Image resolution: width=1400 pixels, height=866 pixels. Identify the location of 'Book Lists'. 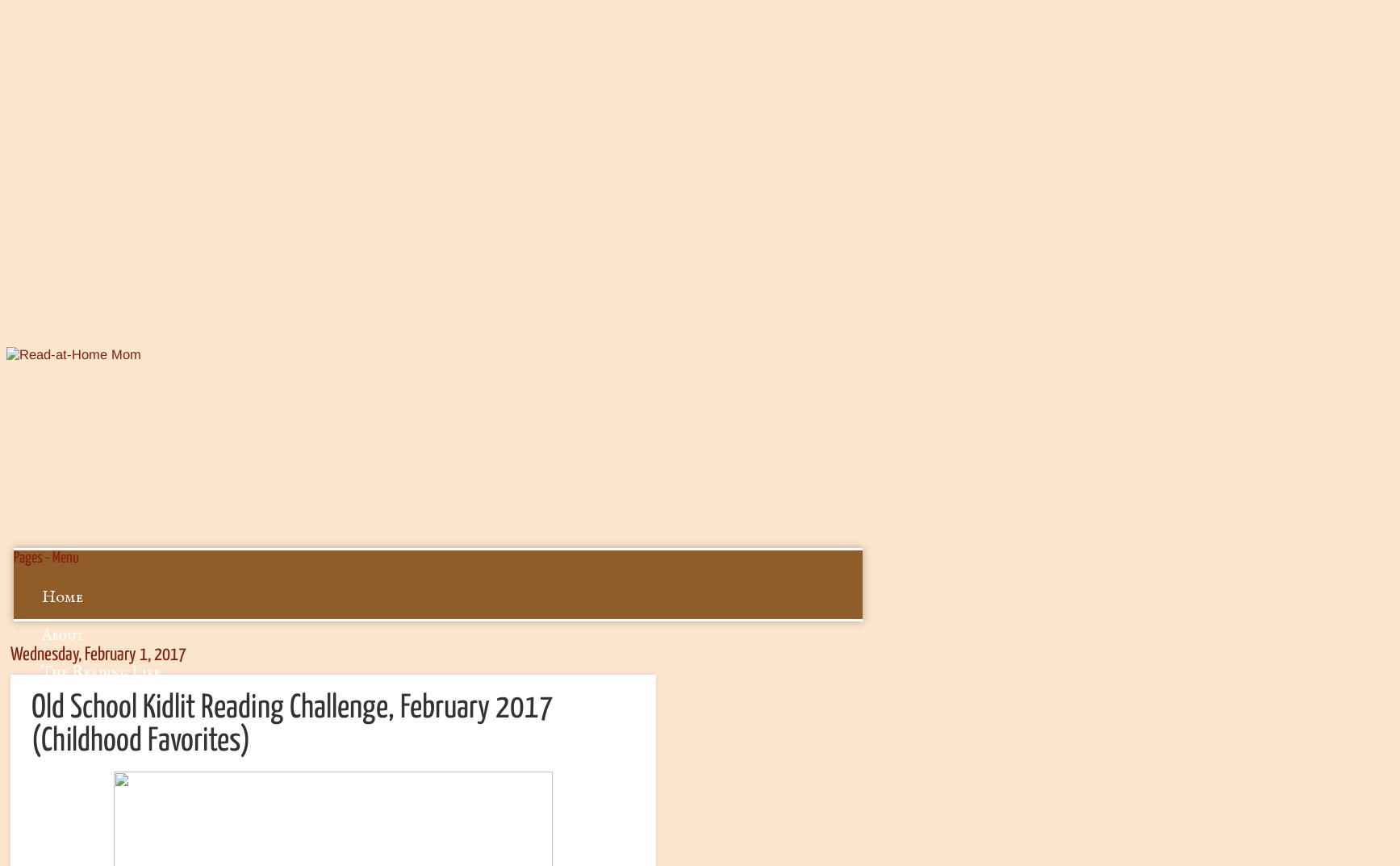
(77, 747).